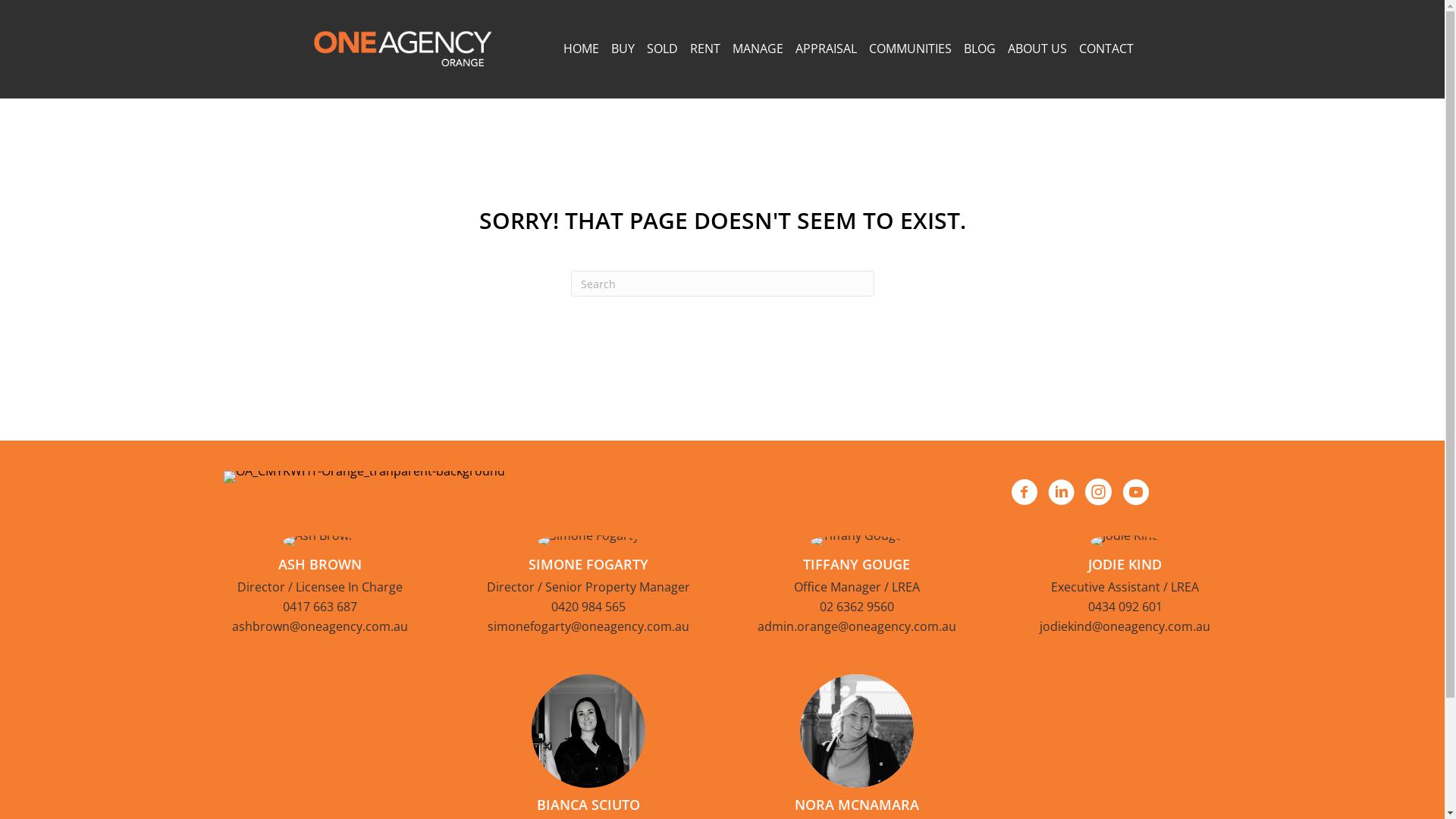 This screenshot has width=1456, height=819. I want to click on 'APPRAISAL', so click(824, 48).